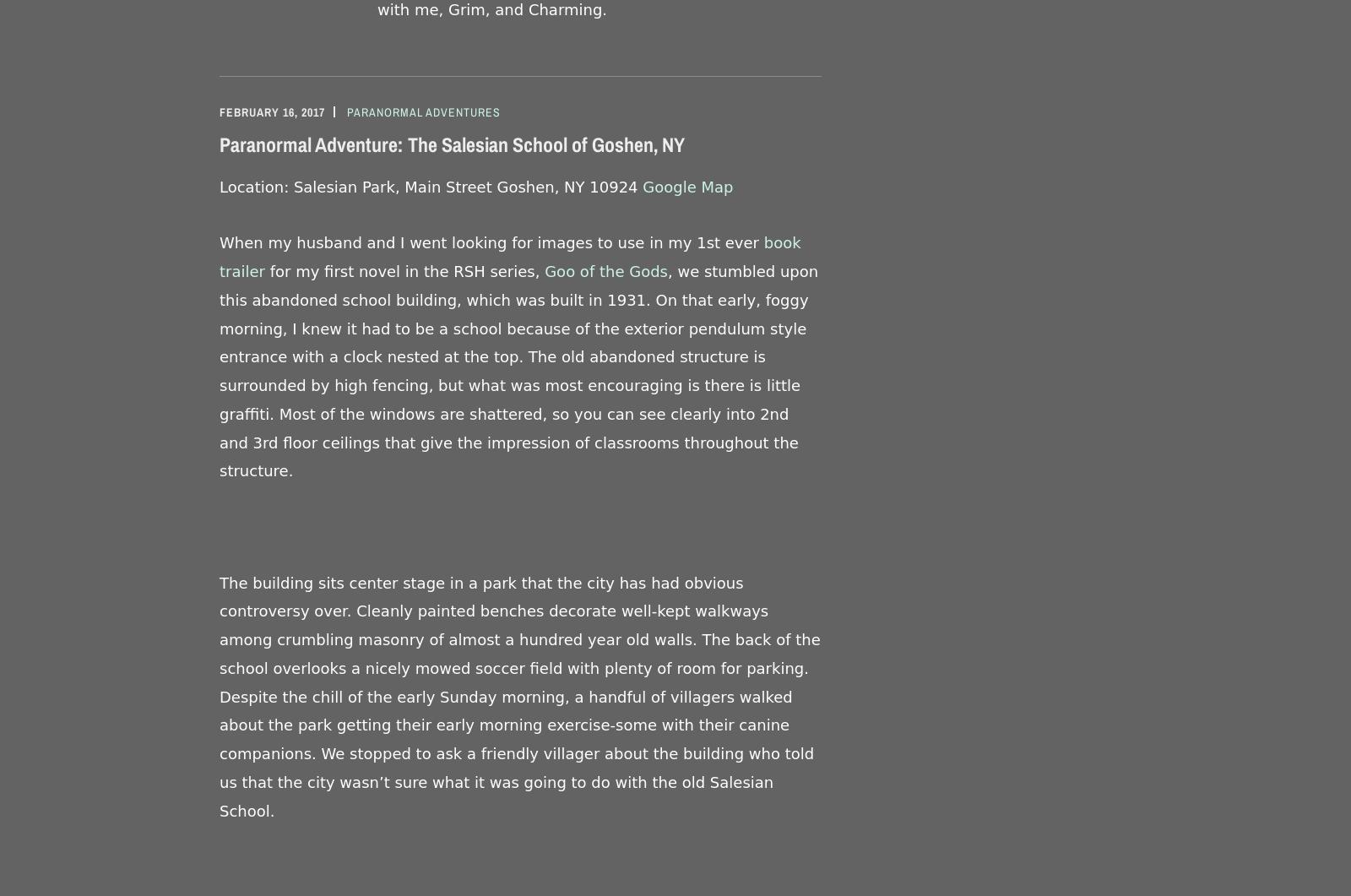 The image size is (1351, 896). What do you see at coordinates (451, 144) in the screenshot?
I see `'Paranormal Adventure: The Salesian School of Goshen, NY'` at bounding box center [451, 144].